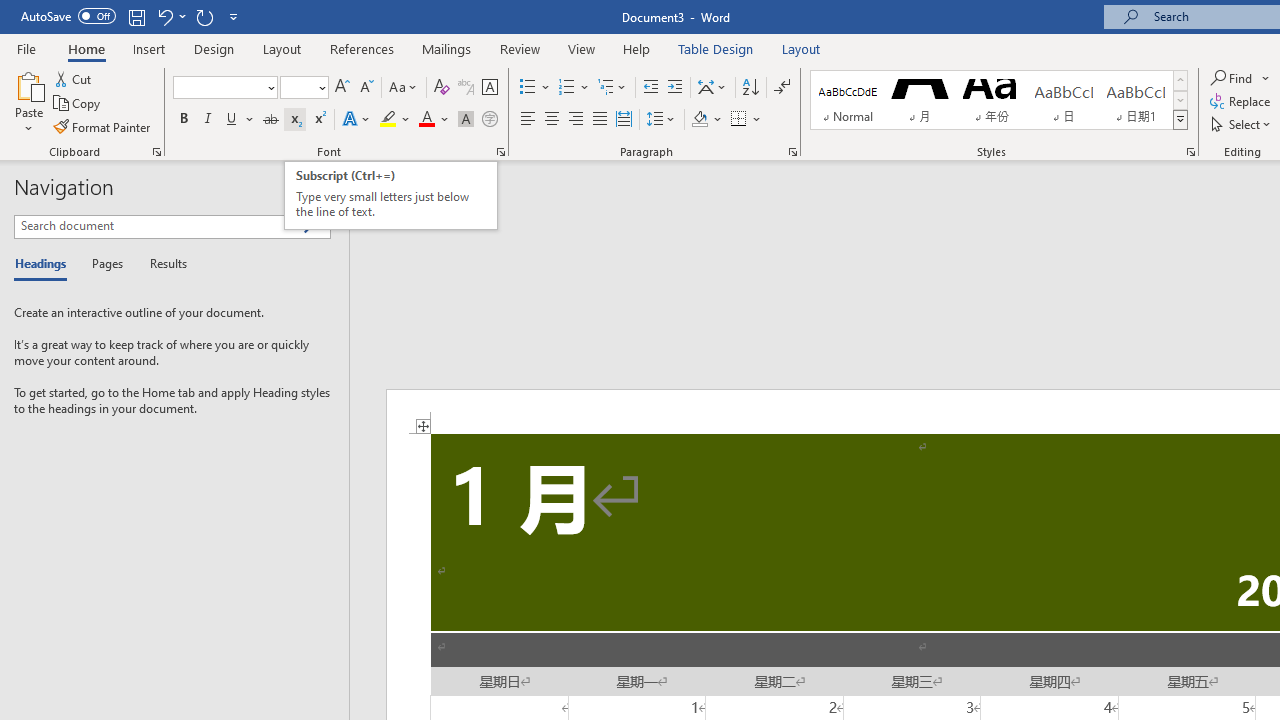 Image resolution: width=1280 pixels, height=720 pixels. I want to click on 'AutomationID: QuickStylesGallery', so click(999, 100).